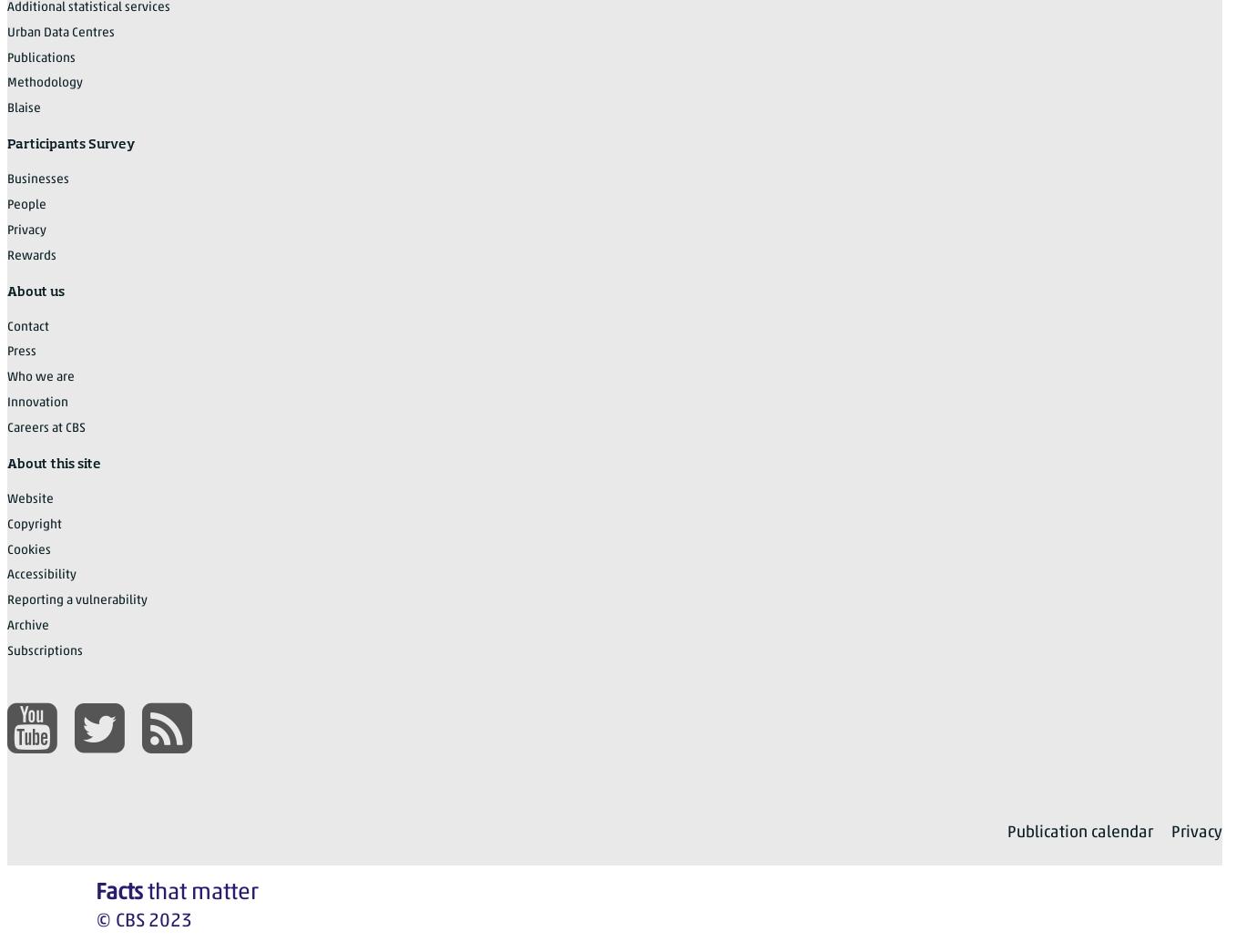 The image size is (1236, 952). I want to click on 'Who we are', so click(40, 377).